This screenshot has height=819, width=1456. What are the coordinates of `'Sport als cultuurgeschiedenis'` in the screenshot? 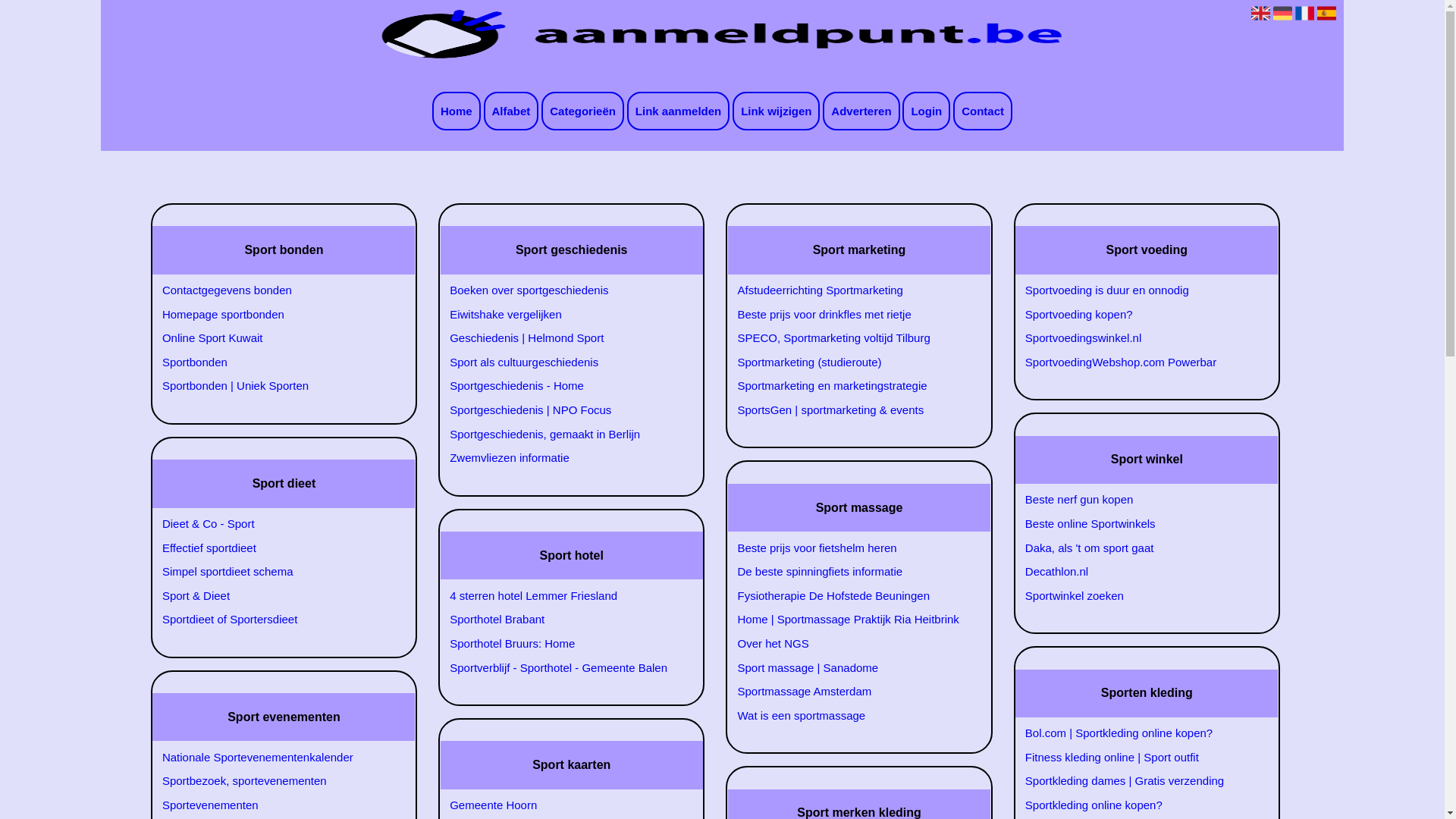 It's located at (562, 362).